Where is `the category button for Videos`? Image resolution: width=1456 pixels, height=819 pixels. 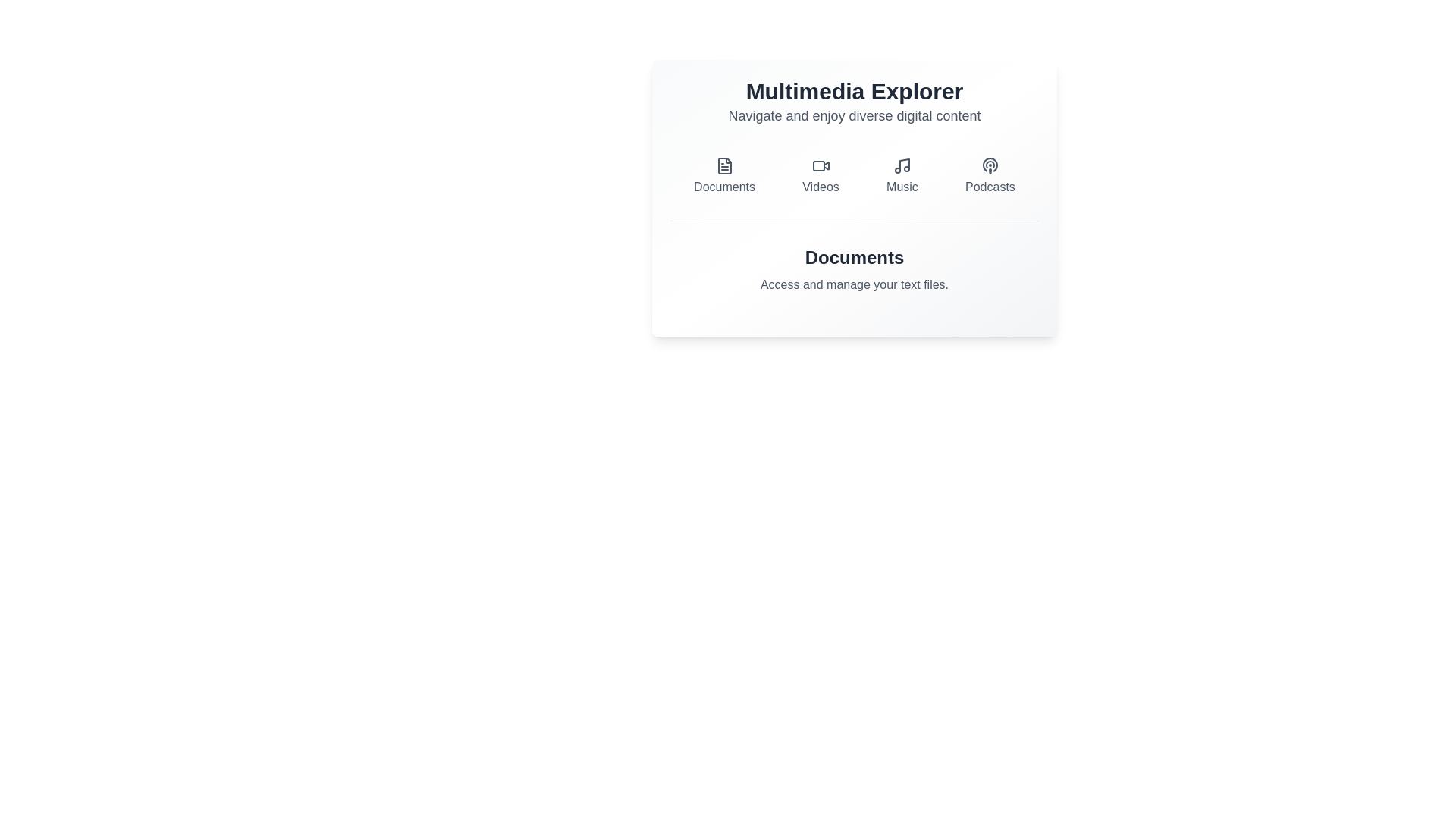
the category button for Videos is located at coordinates (820, 175).